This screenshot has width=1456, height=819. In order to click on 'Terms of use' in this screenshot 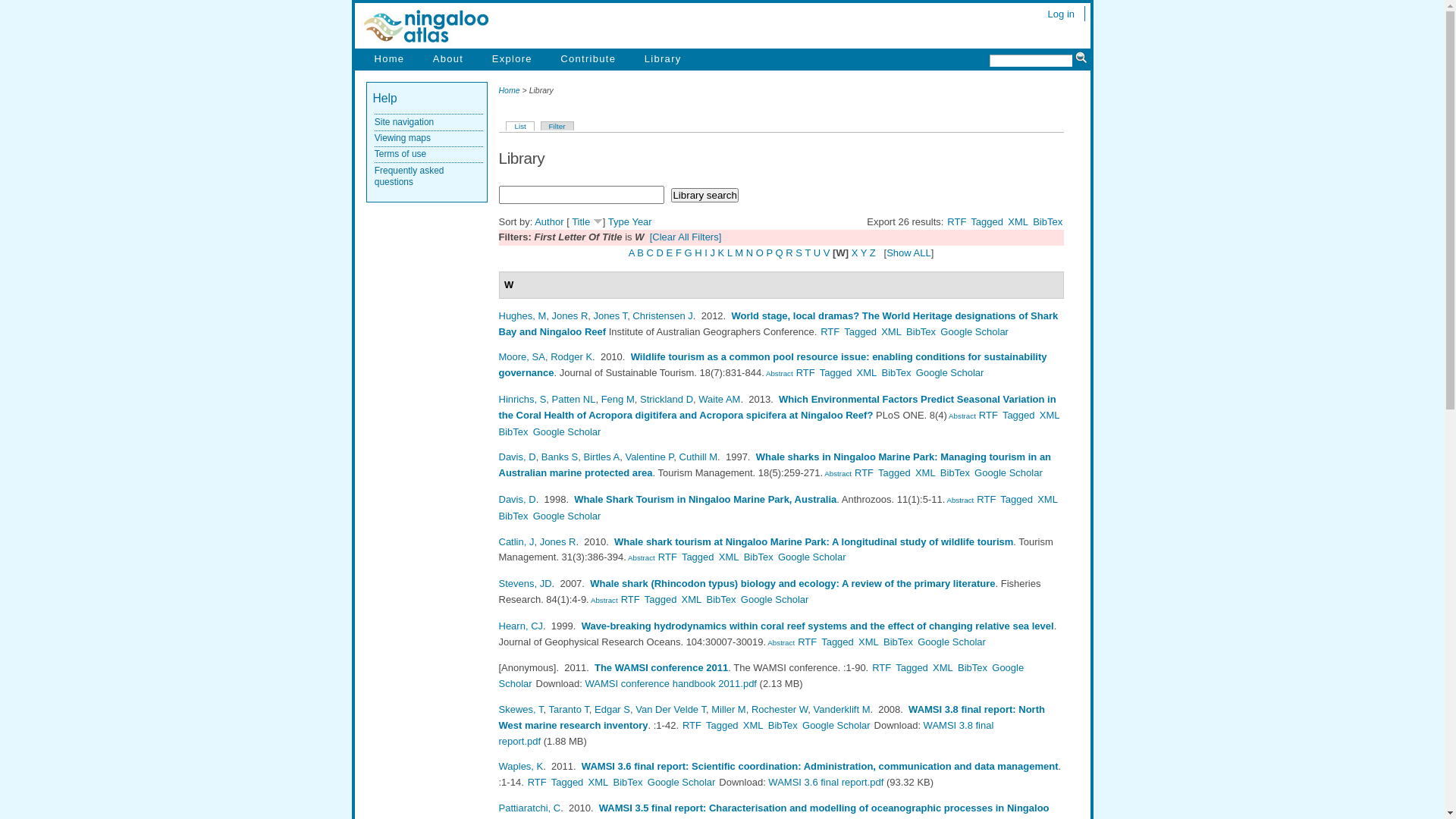, I will do `click(400, 154)`.